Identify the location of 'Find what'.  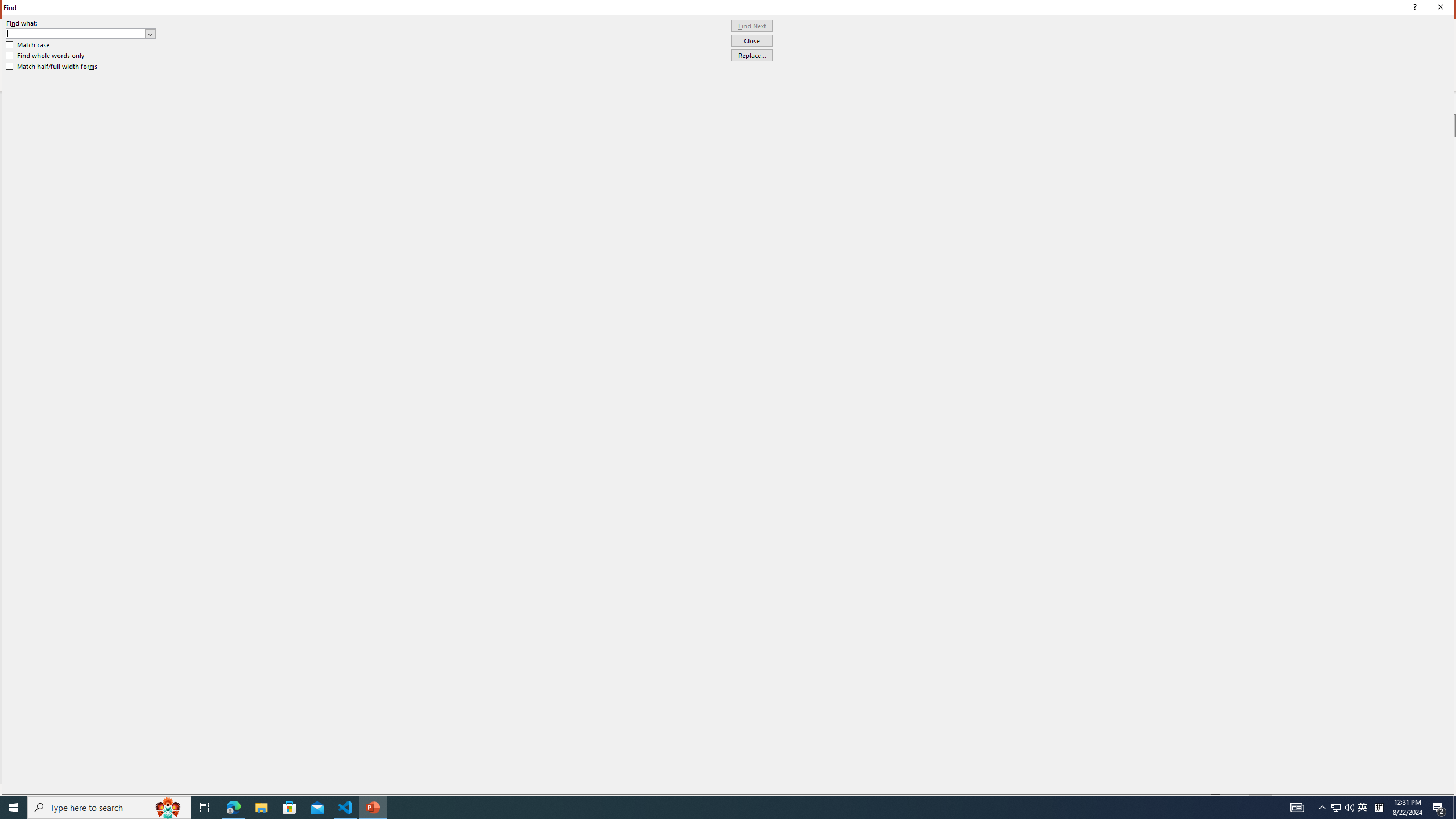
(76, 33).